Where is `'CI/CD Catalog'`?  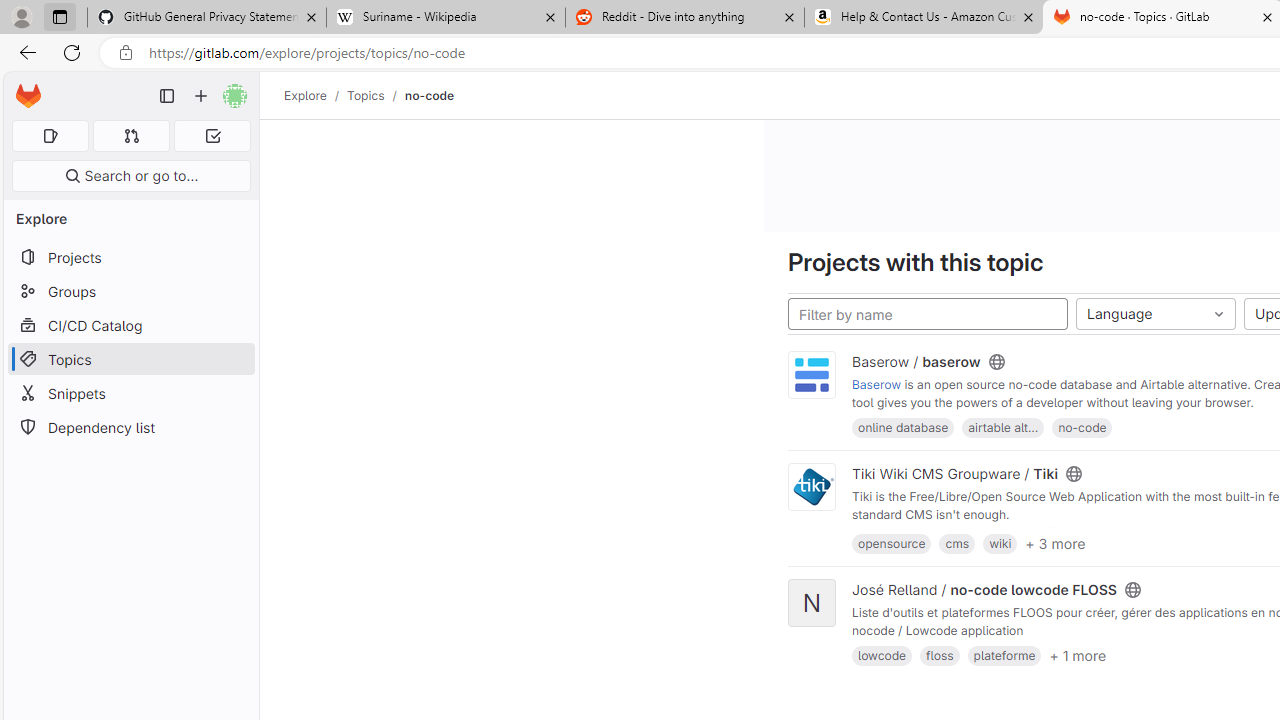
'CI/CD Catalog' is located at coordinates (130, 324).